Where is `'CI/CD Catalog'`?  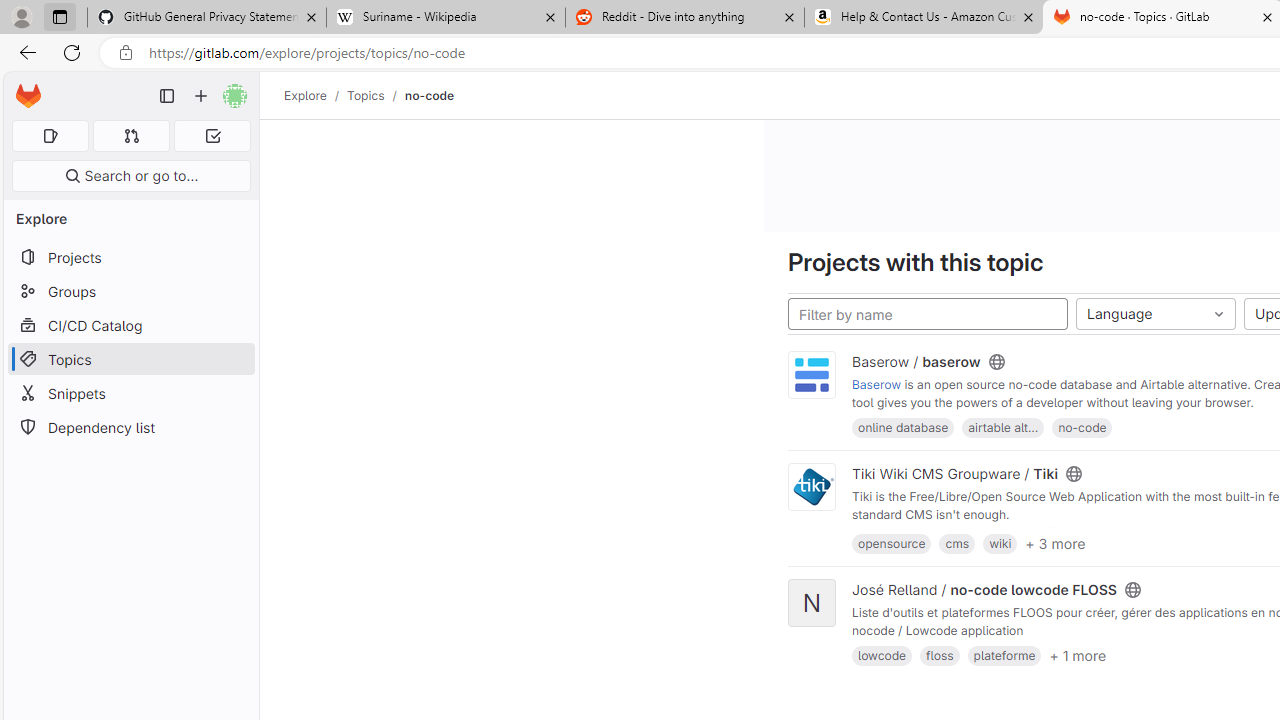
'CI/CD Catalog' is located at coordinates (130, 324).